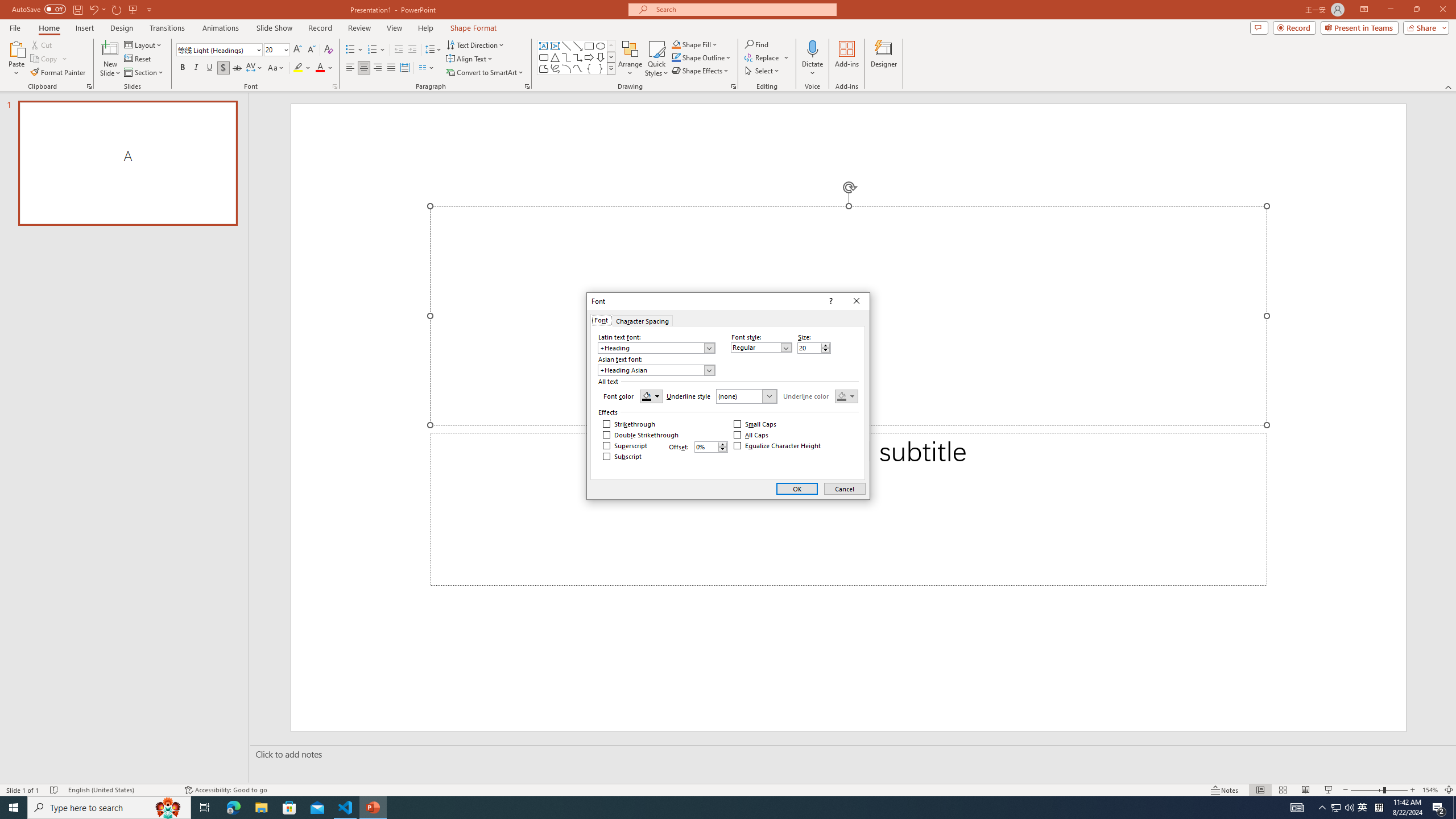 The image size is (1456, 819). I want to click on 'Underline color', so click(846, 396).